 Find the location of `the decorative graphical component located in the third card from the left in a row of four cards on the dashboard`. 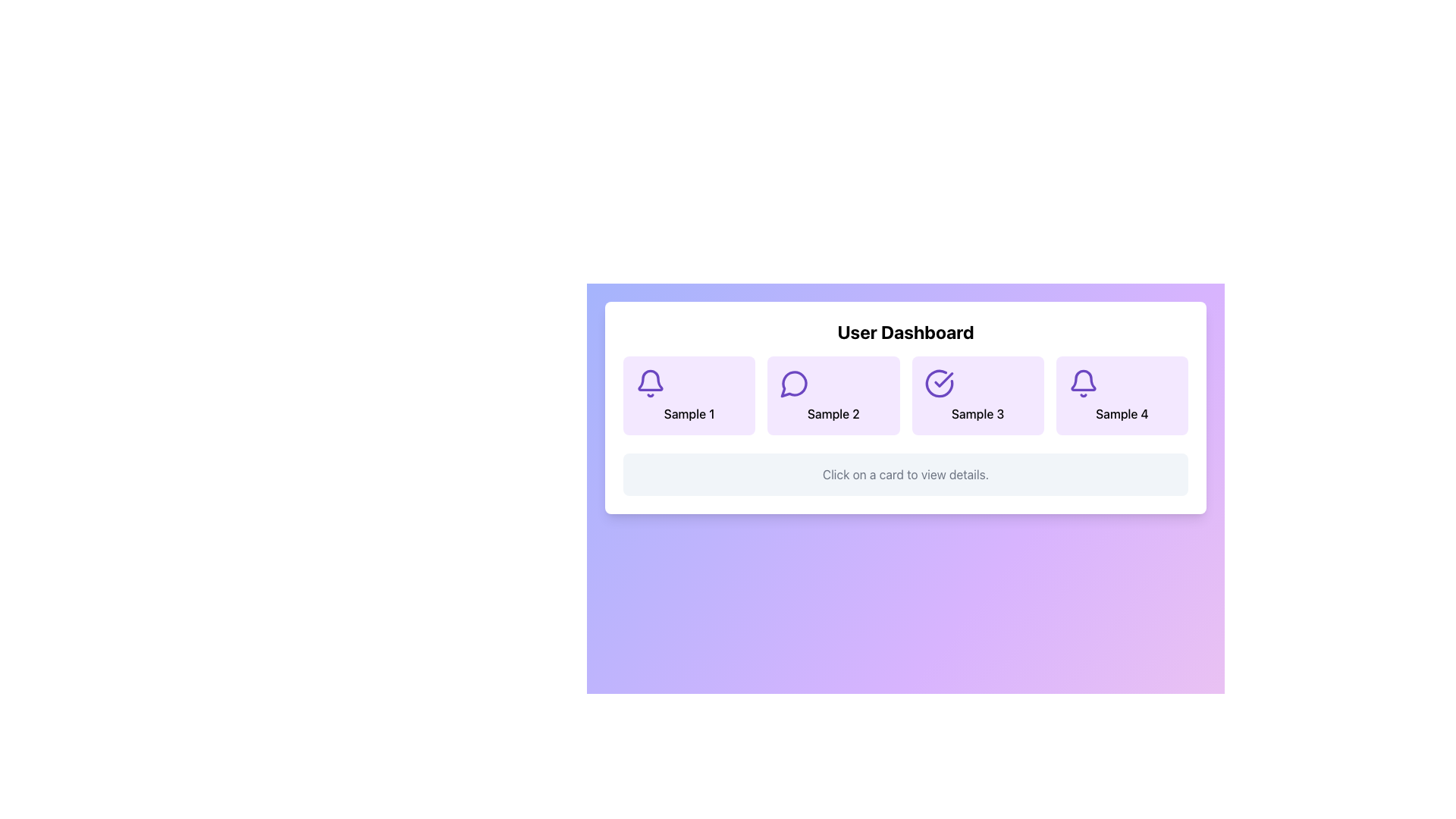

the decorative graphical component located in the third card from the left in a row of four cards on the dashboard is located at coordinates (938, 382).